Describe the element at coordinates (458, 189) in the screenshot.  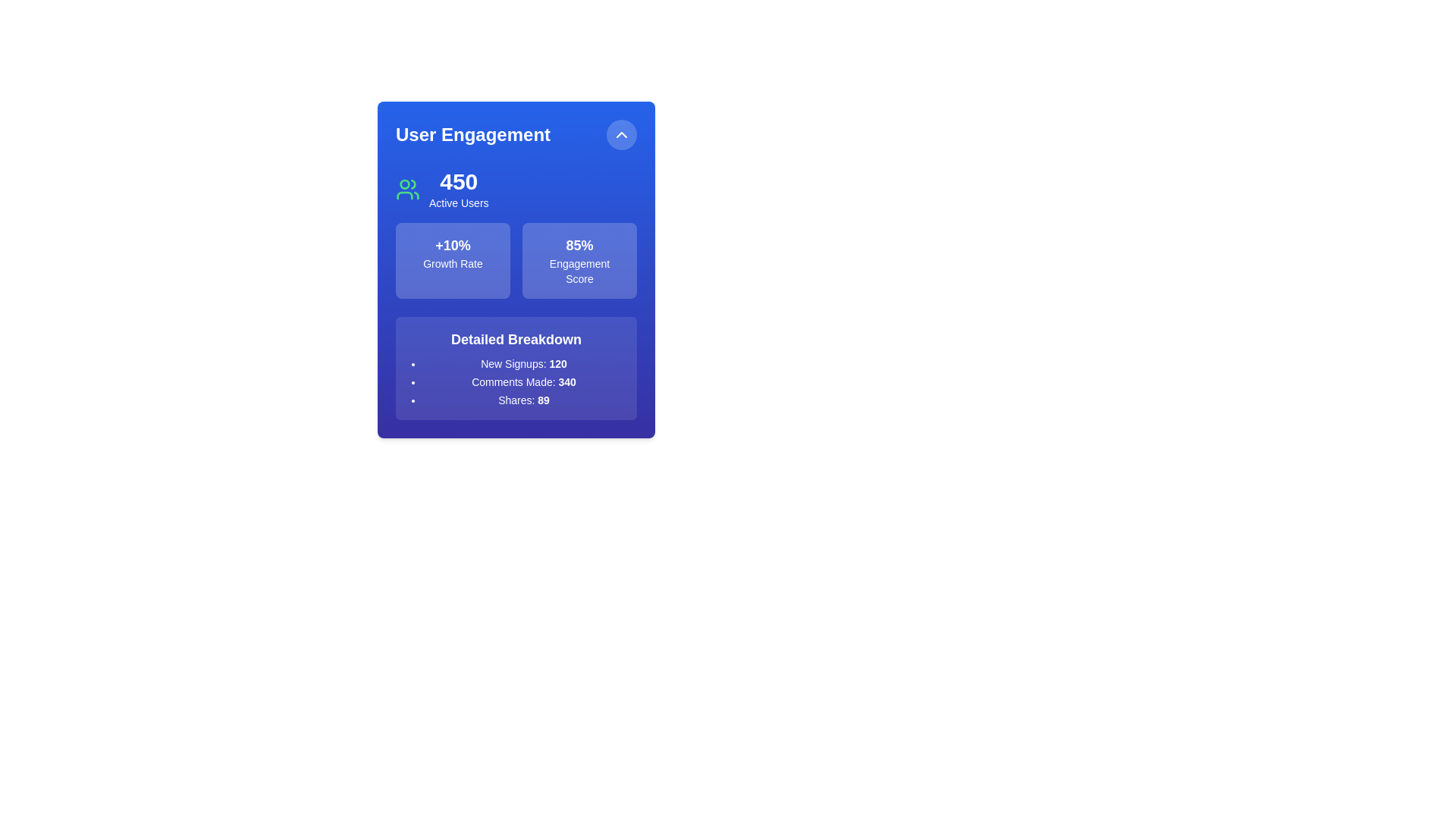
I see `the label indicating the number of active users ('450') in the upper-left region of the statistics interface card` at that location.